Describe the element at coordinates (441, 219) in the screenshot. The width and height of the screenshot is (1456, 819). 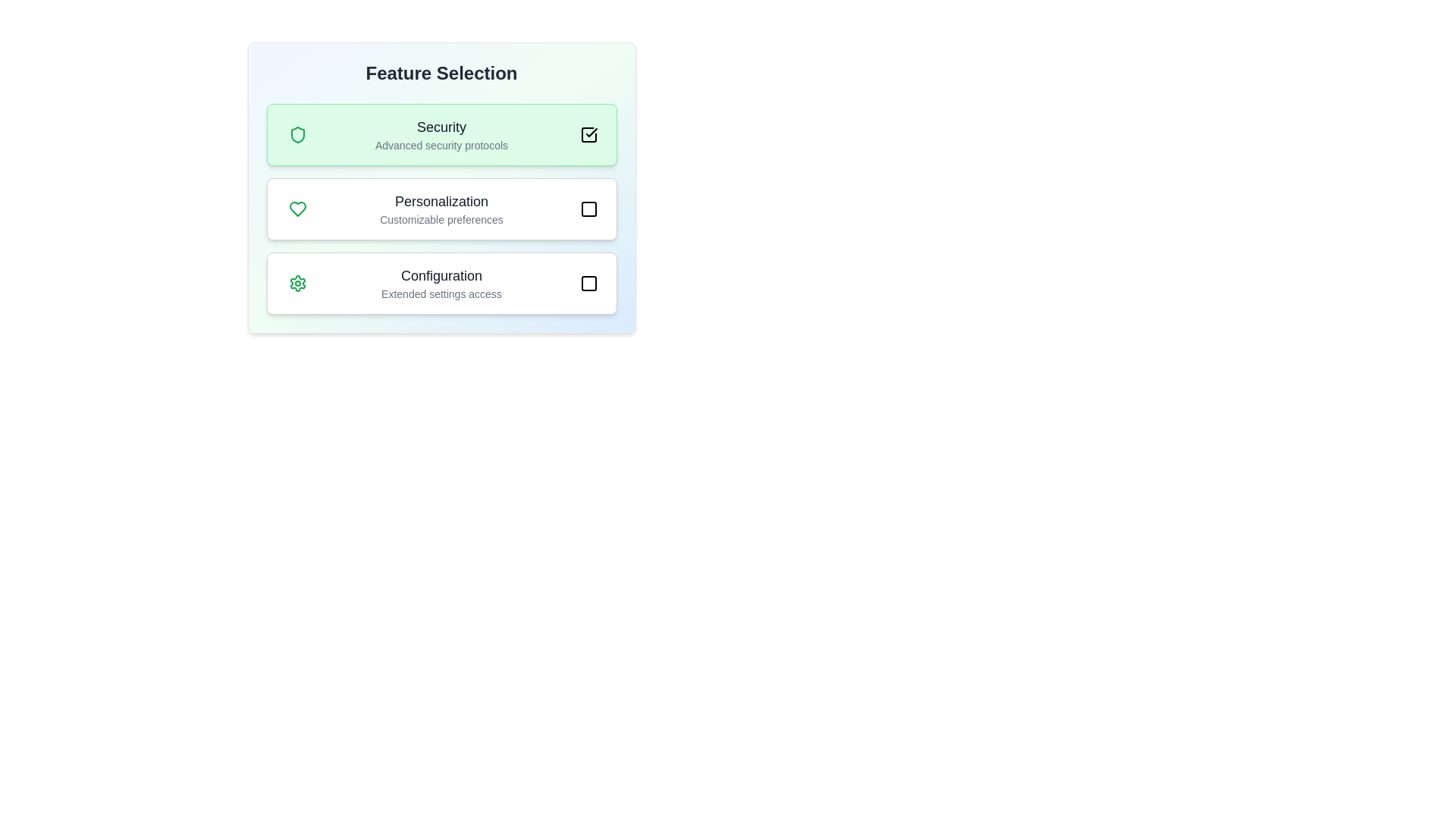
I see `the static text label that reads 'Customizable preferences', which is styled with a small gray font and is positioned below the title 'Personalization'` at that location.